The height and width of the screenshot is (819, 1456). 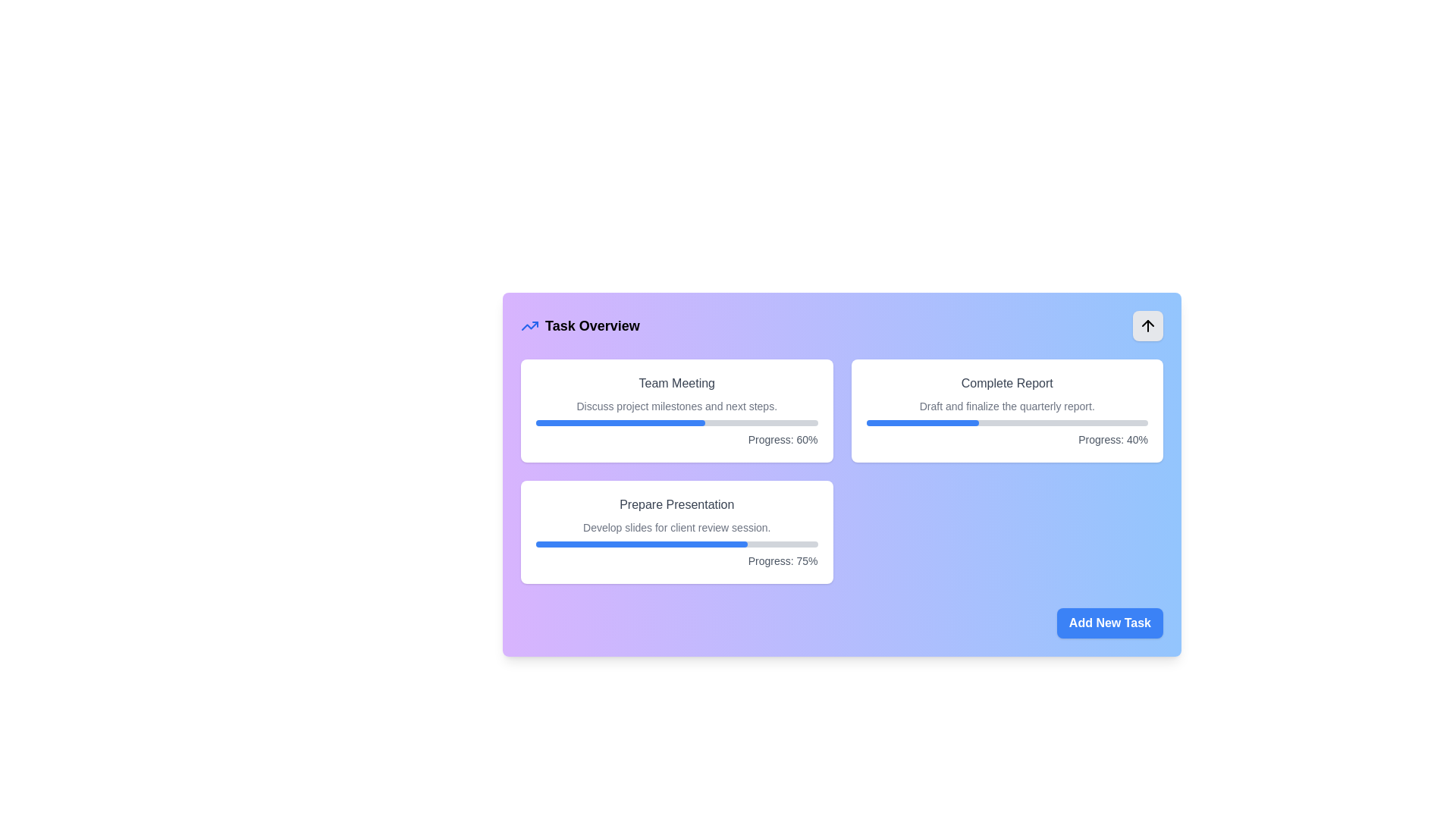 What do you see at coordinates (604, 543) in the screenshot?
I see `the progress of the 'Prepare Presentation' task` at bounding box center [604, 543].